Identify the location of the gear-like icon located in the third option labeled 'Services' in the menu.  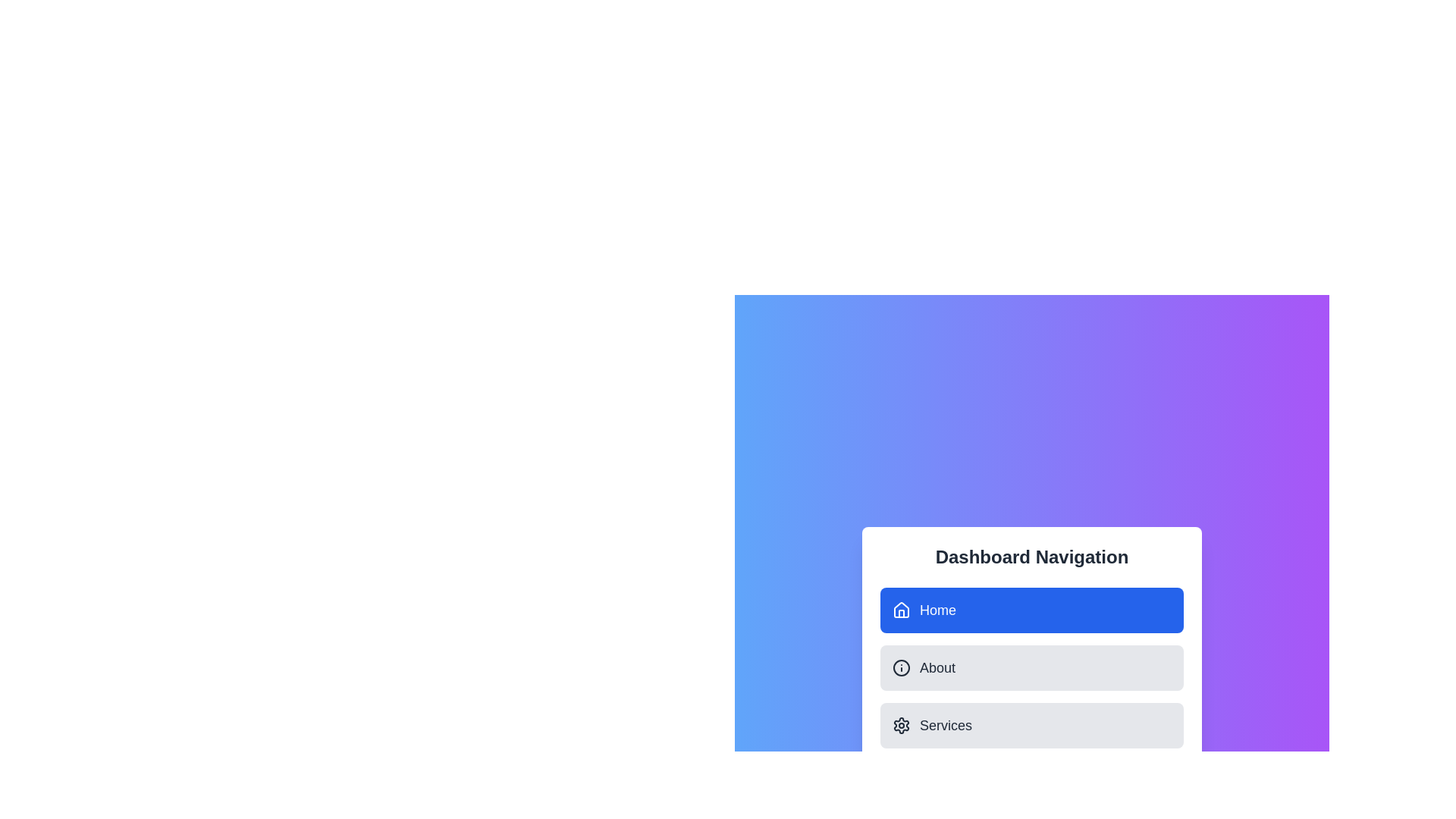
(902, 724).